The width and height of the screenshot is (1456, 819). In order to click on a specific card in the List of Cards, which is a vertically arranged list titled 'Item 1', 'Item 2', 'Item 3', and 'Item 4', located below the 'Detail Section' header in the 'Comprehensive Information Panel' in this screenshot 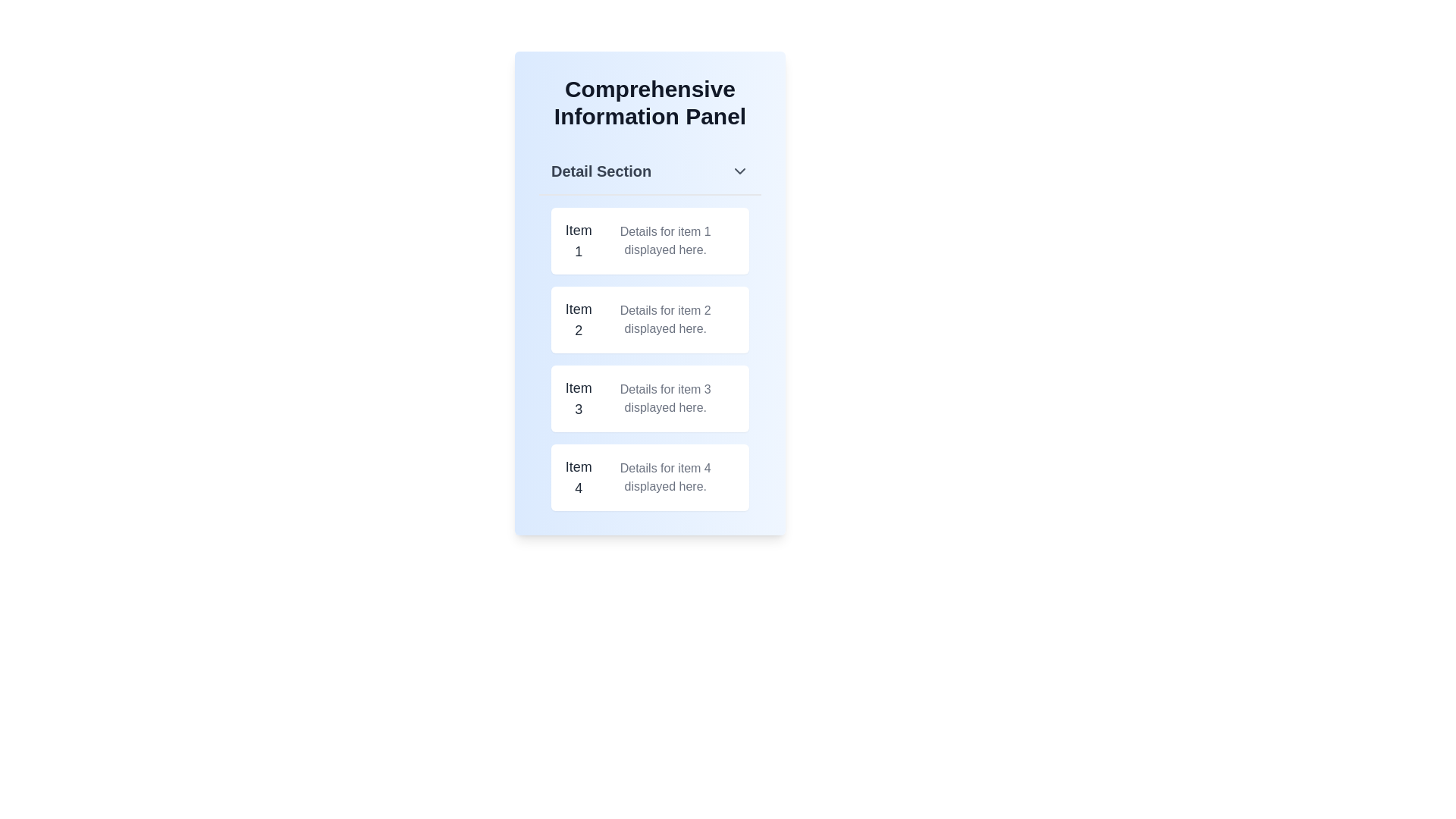, I will do `click(650, 329)`.